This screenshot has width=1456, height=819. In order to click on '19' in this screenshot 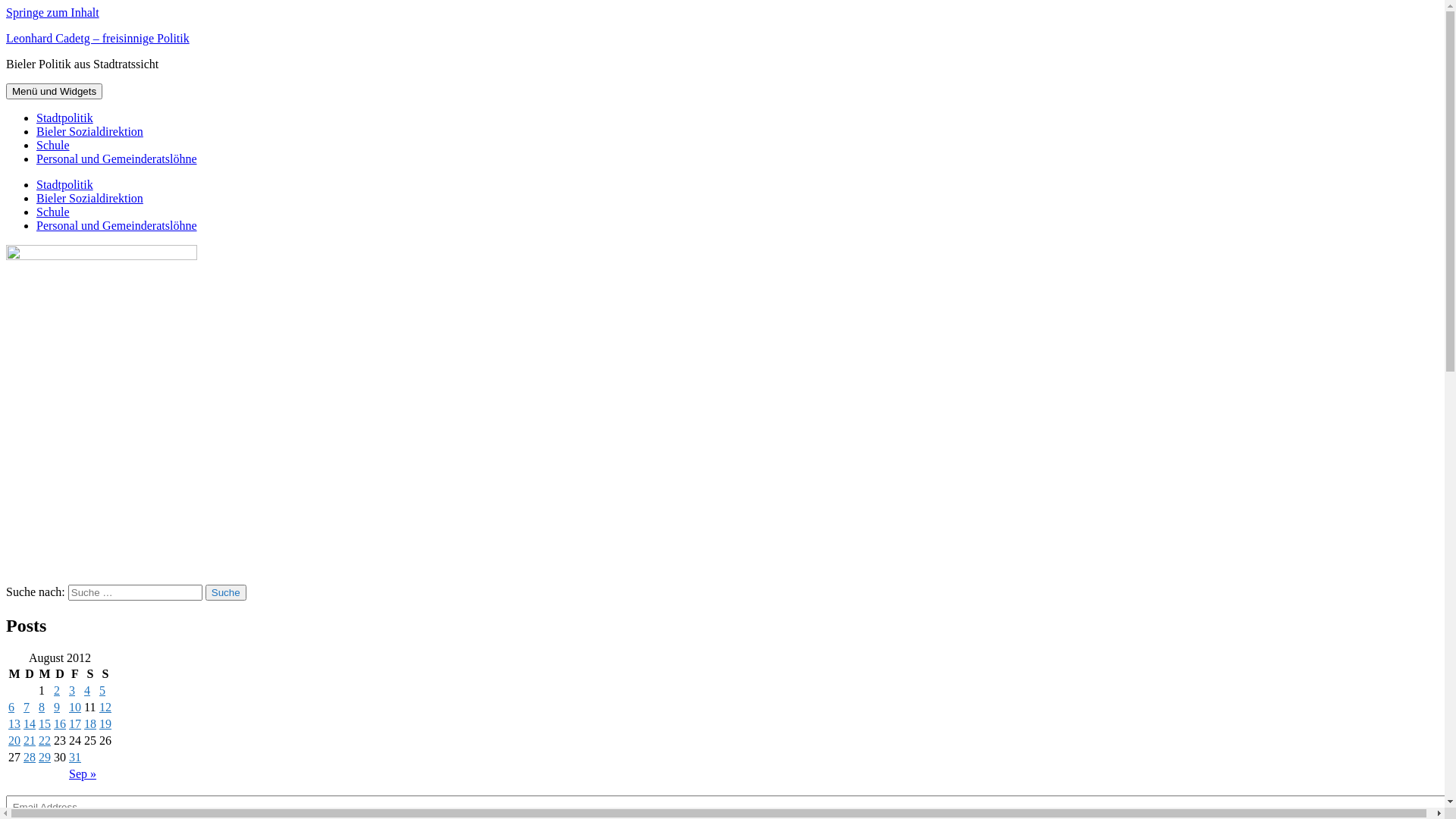, I will do `click(105, 723)`.